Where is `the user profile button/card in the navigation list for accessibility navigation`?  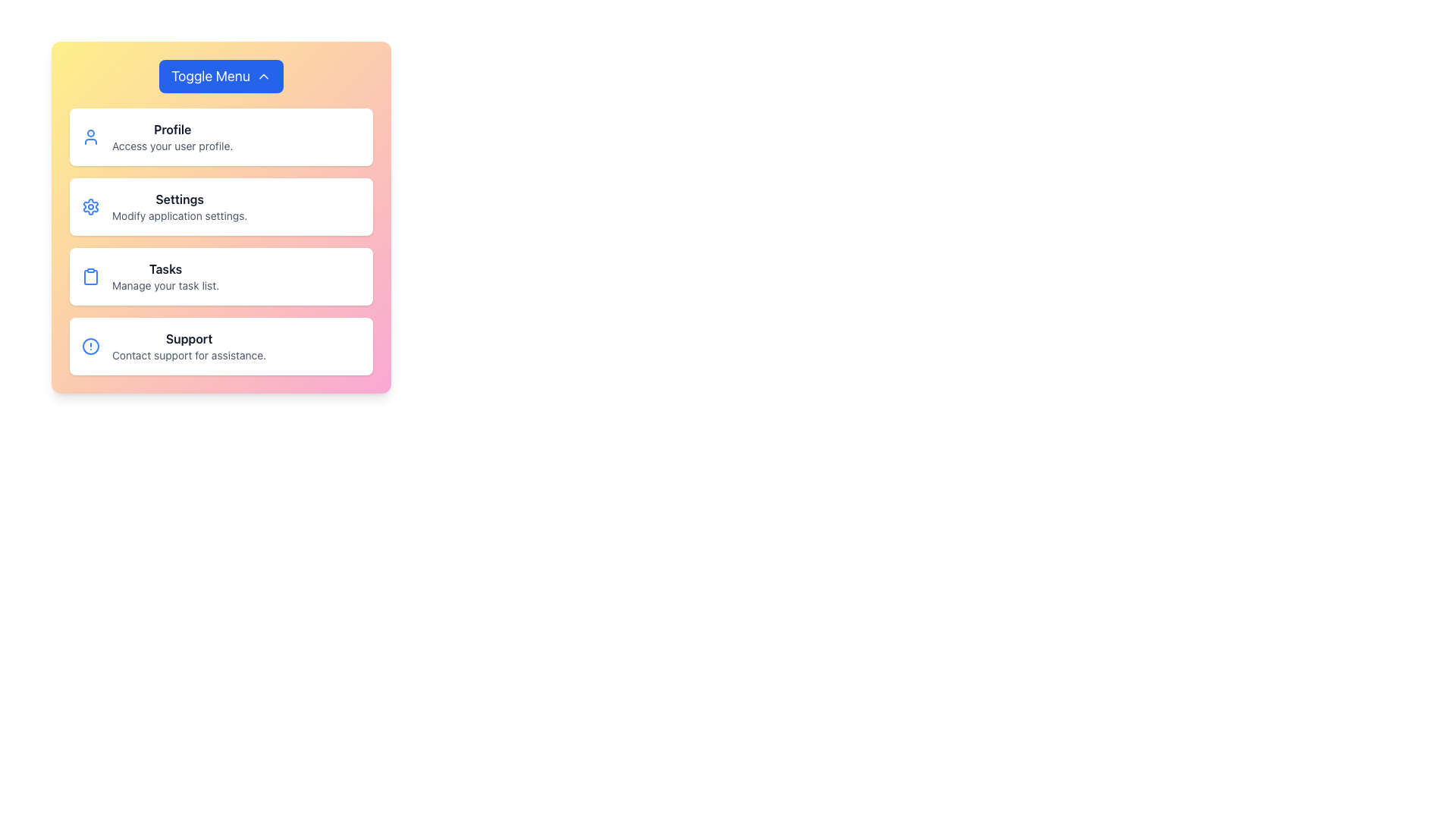 the user profile button/card in the navigation list for accessibility navigation is located at coordinates (221, 137).